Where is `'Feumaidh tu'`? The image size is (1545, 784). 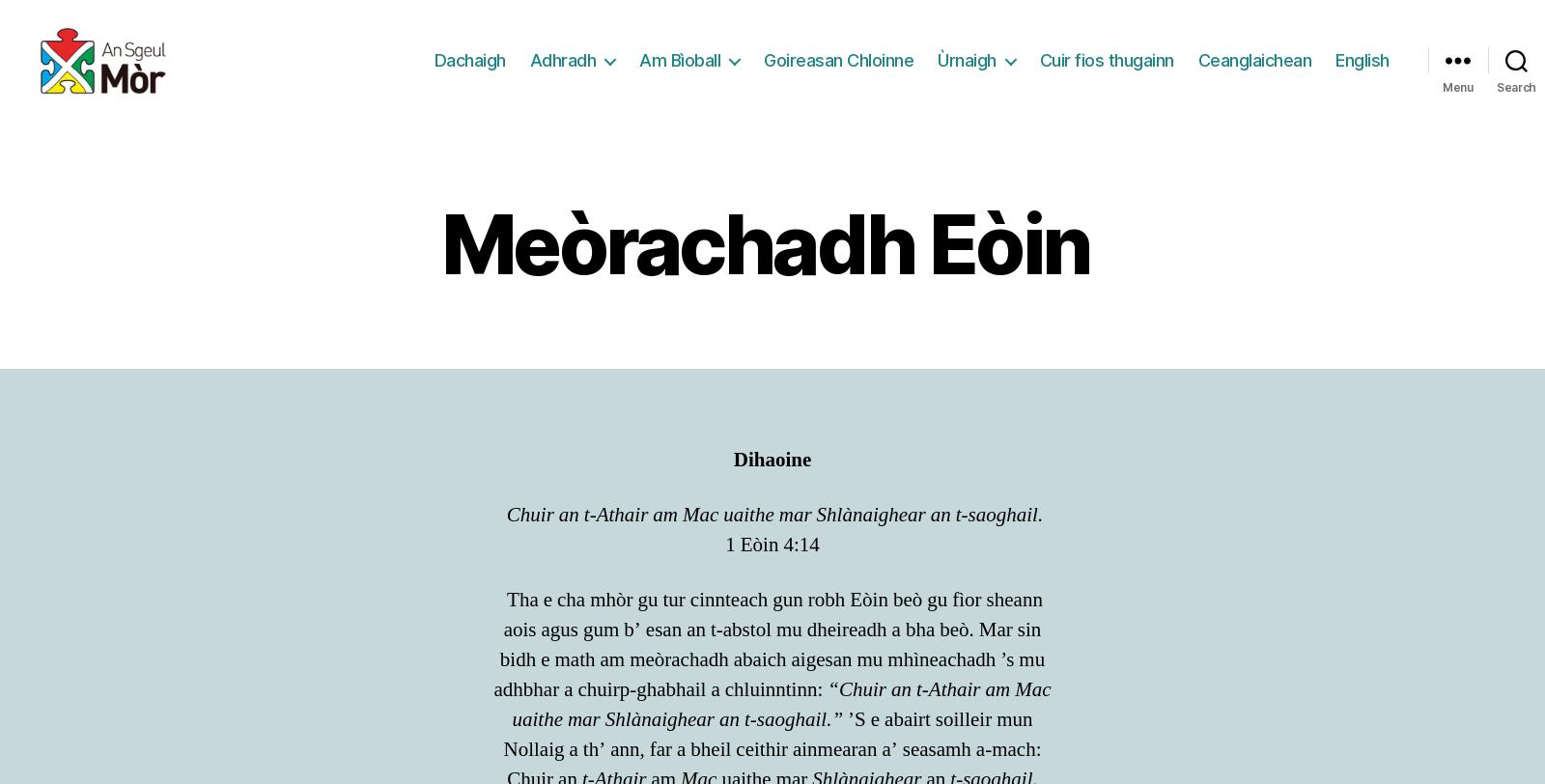
'Feumaidh tu' is located at coordinates (541, 587).